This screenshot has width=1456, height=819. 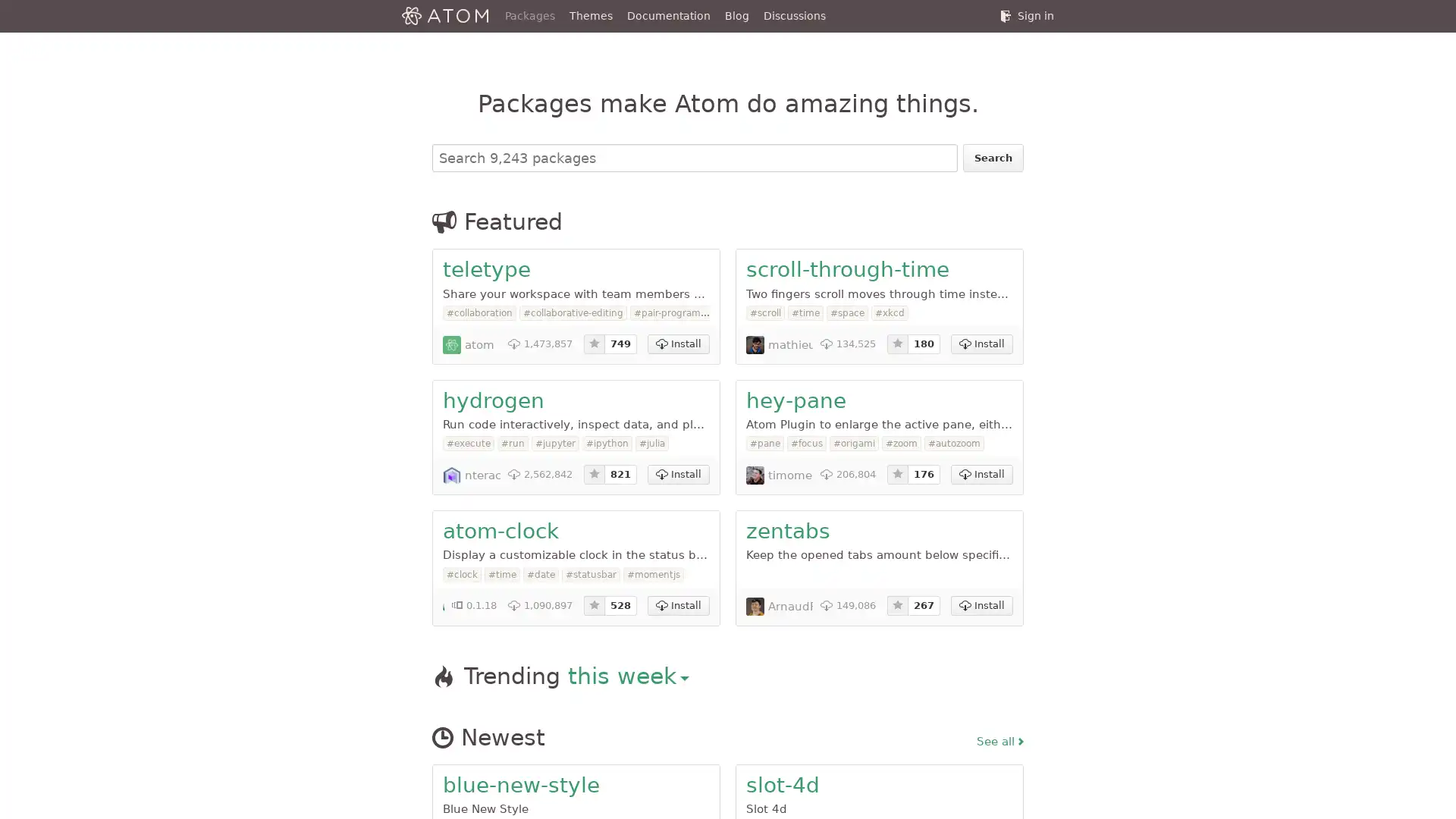 I want to click on Search, so click(x=993, y=158).